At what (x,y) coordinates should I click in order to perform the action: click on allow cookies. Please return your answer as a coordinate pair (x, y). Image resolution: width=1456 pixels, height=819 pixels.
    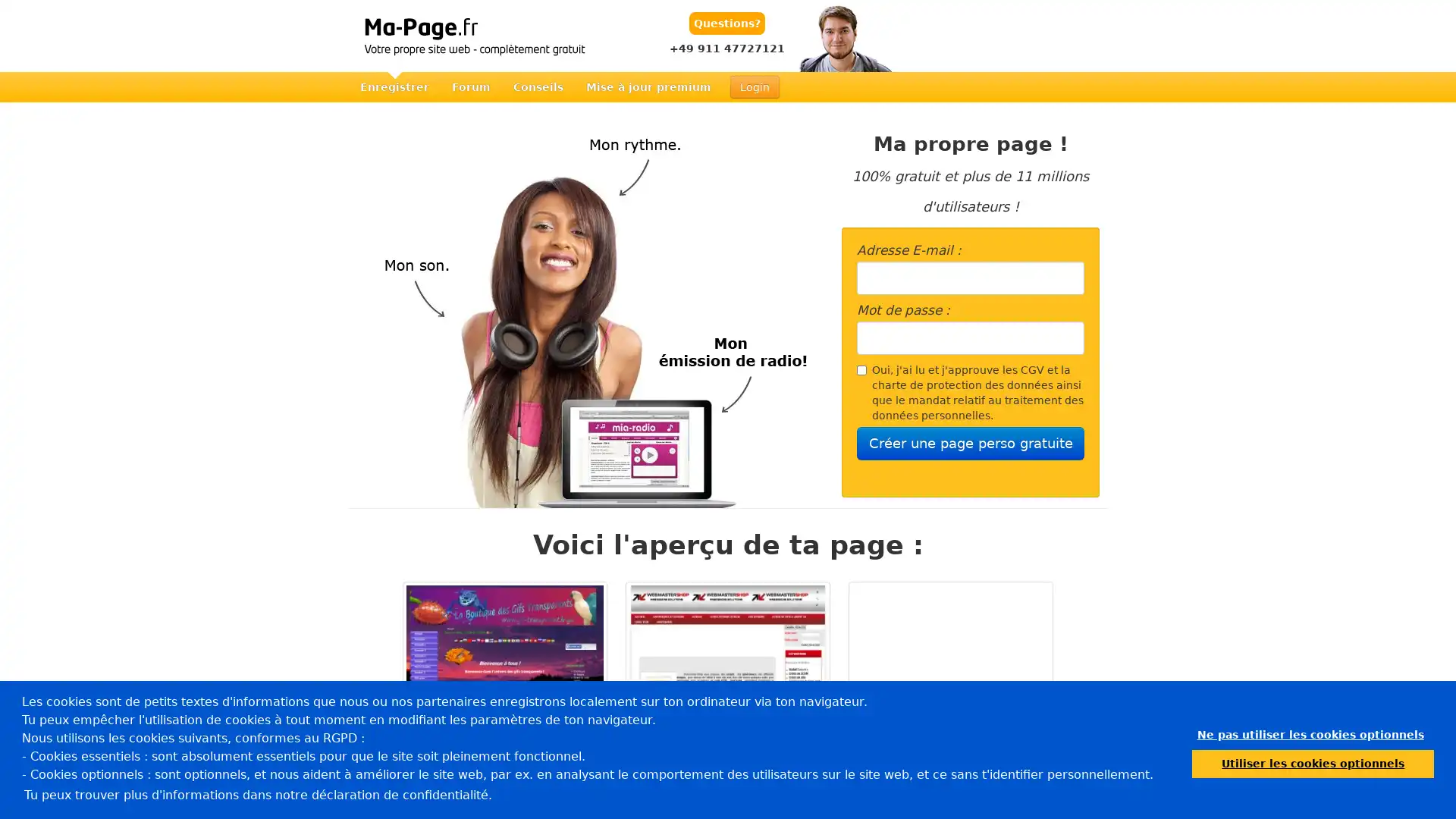
    Looking at the image, I should click on (1312, 763).